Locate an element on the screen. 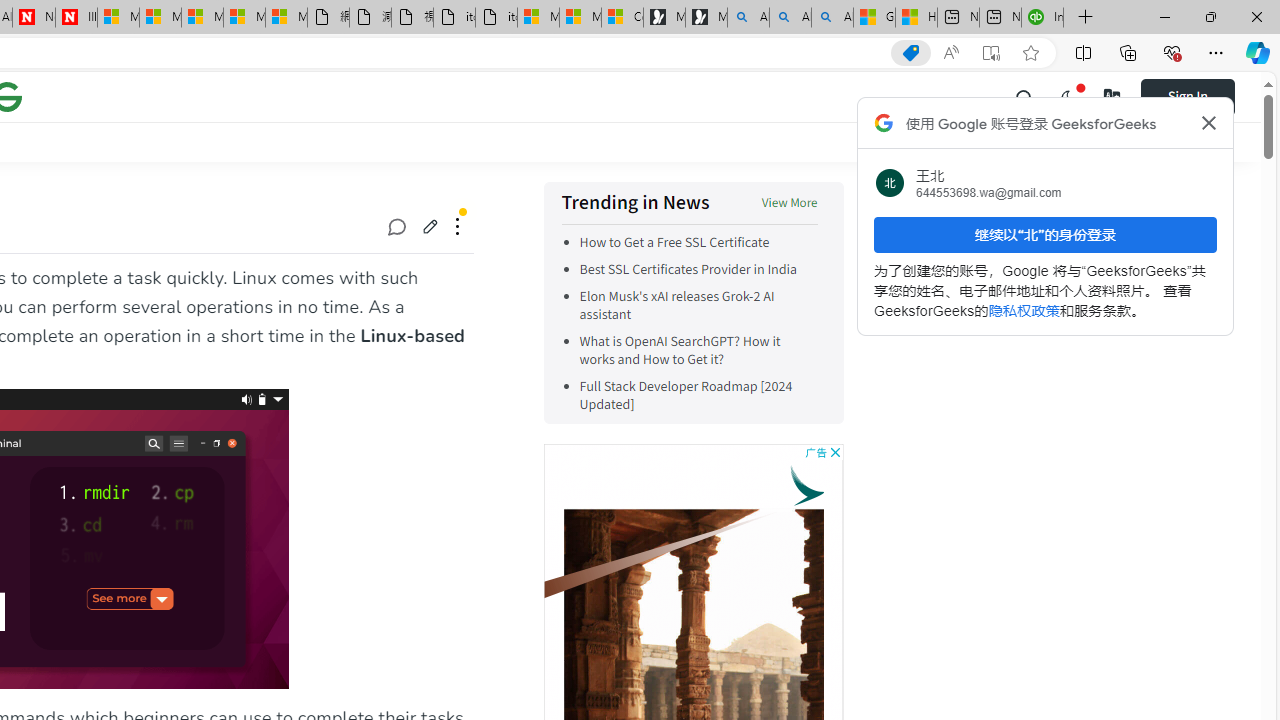 The image size is (1280, 720). 'How to Get a Free SSL Certificate' is located at coordinates (698, 242).